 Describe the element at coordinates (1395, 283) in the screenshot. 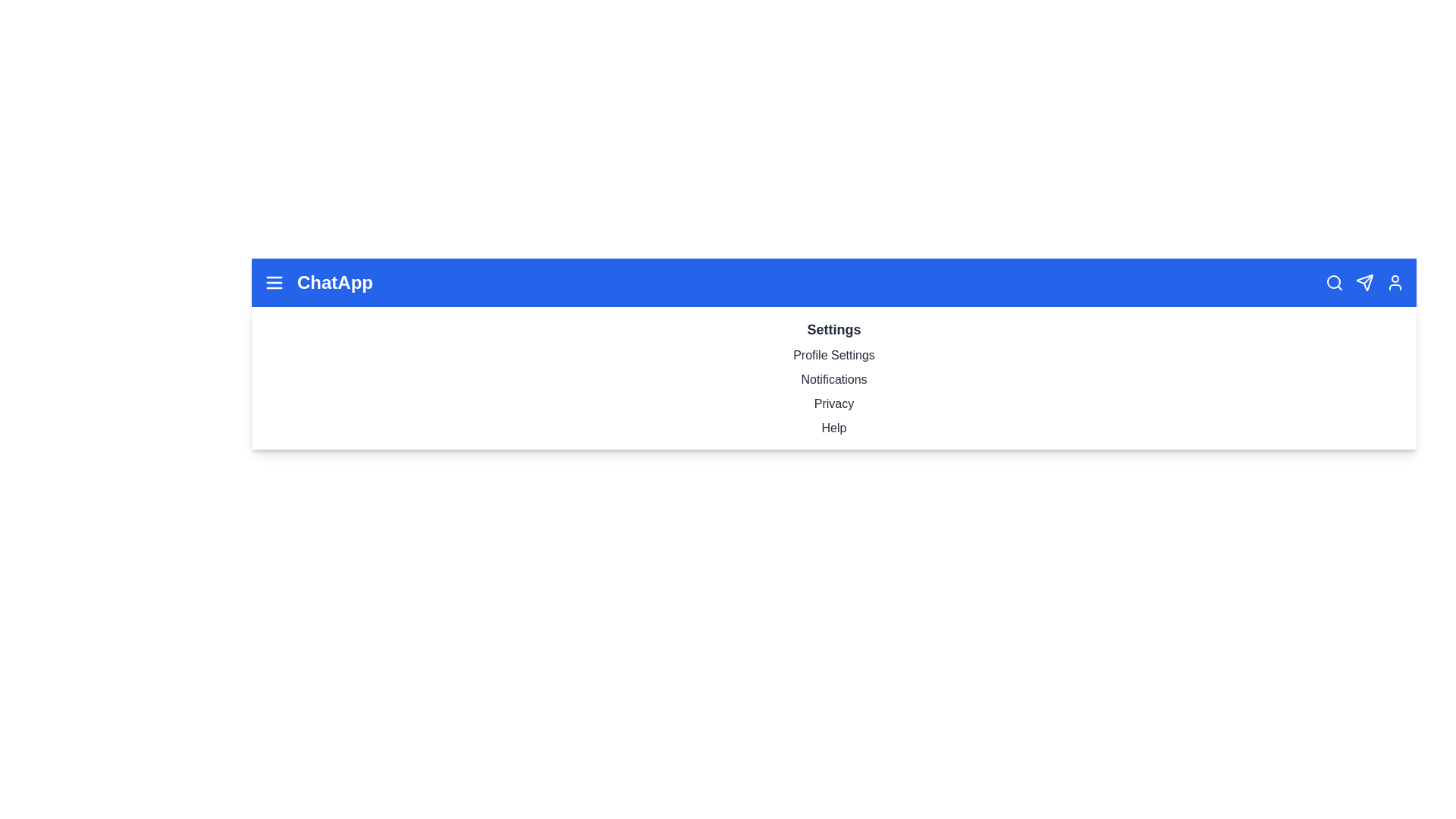

I see `the user icon to view the user profile` at that location.